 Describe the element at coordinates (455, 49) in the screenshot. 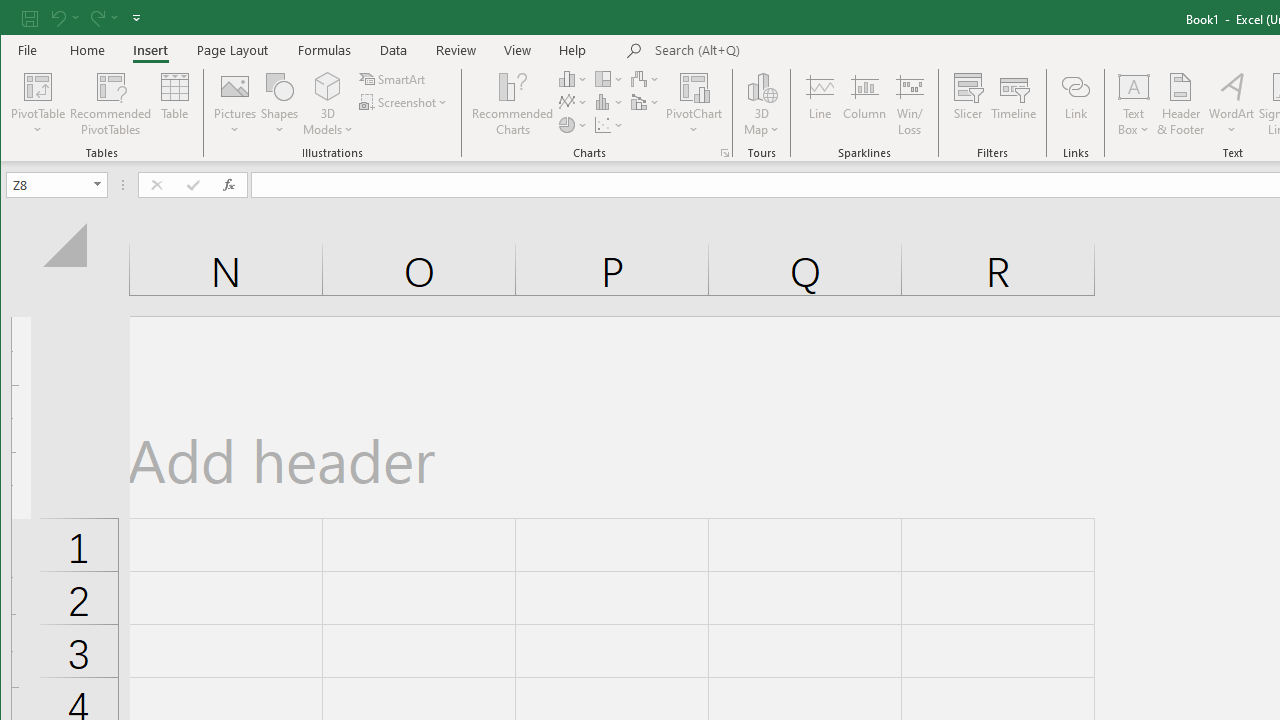

I see `'Review'` at that location.